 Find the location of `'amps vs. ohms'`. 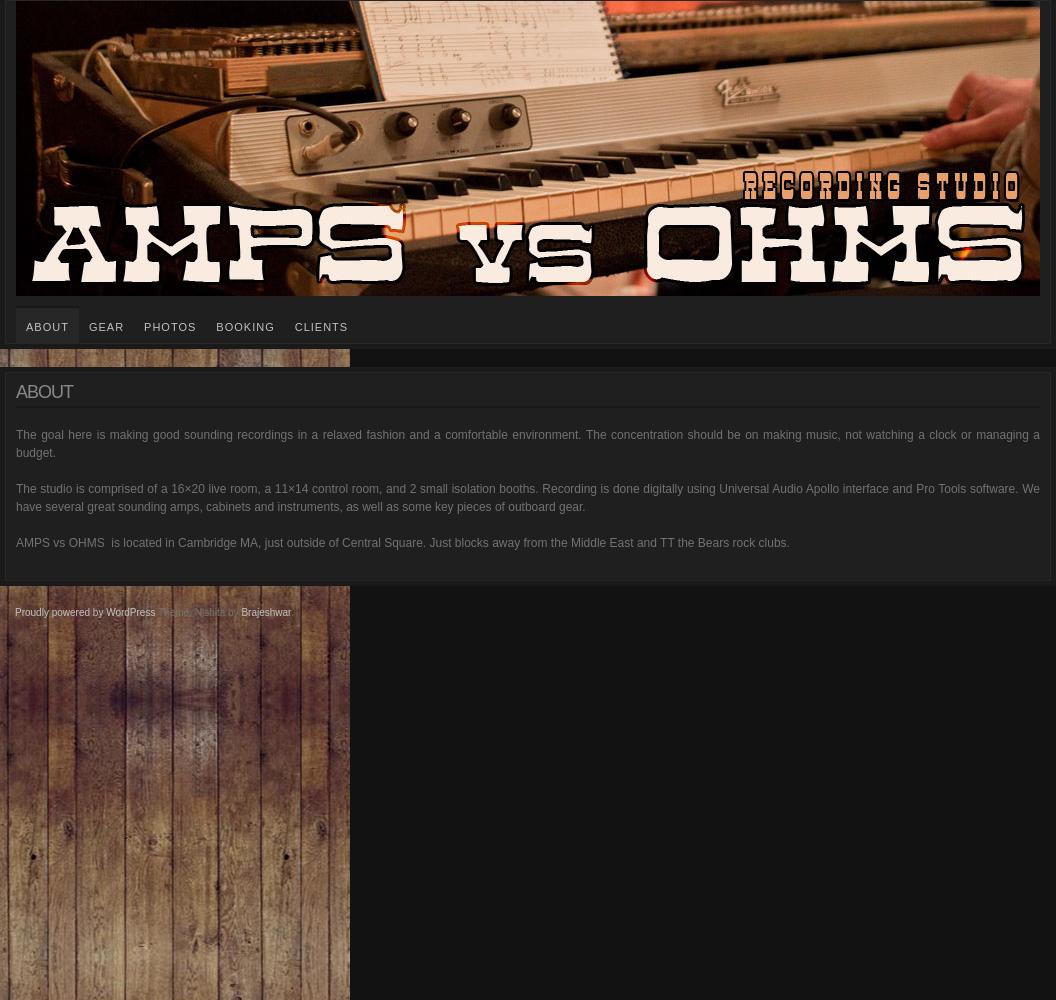

'amps vs. ohms' is located at coordinates (96, 49).